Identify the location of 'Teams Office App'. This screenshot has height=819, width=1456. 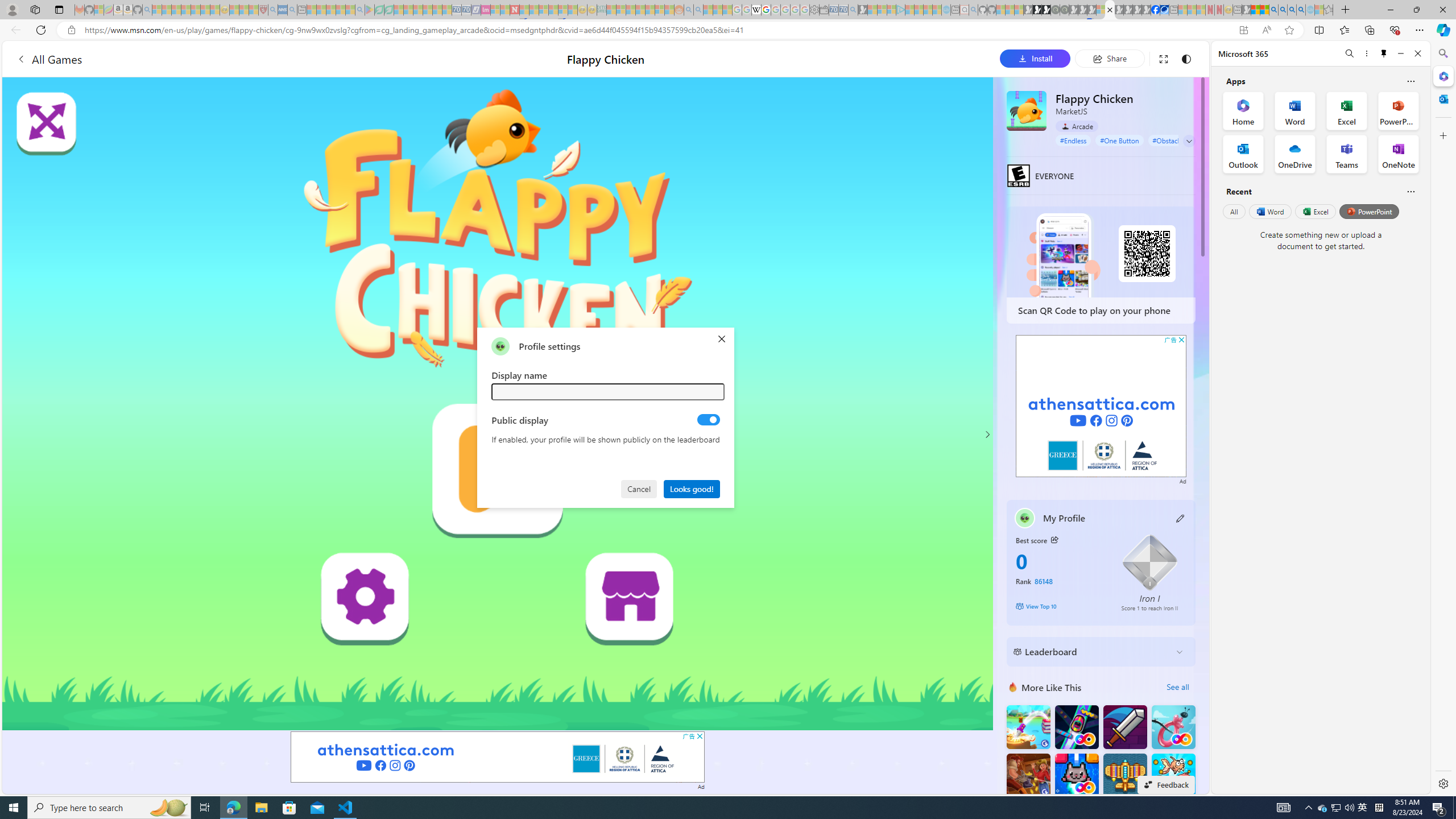
(1347, 154).